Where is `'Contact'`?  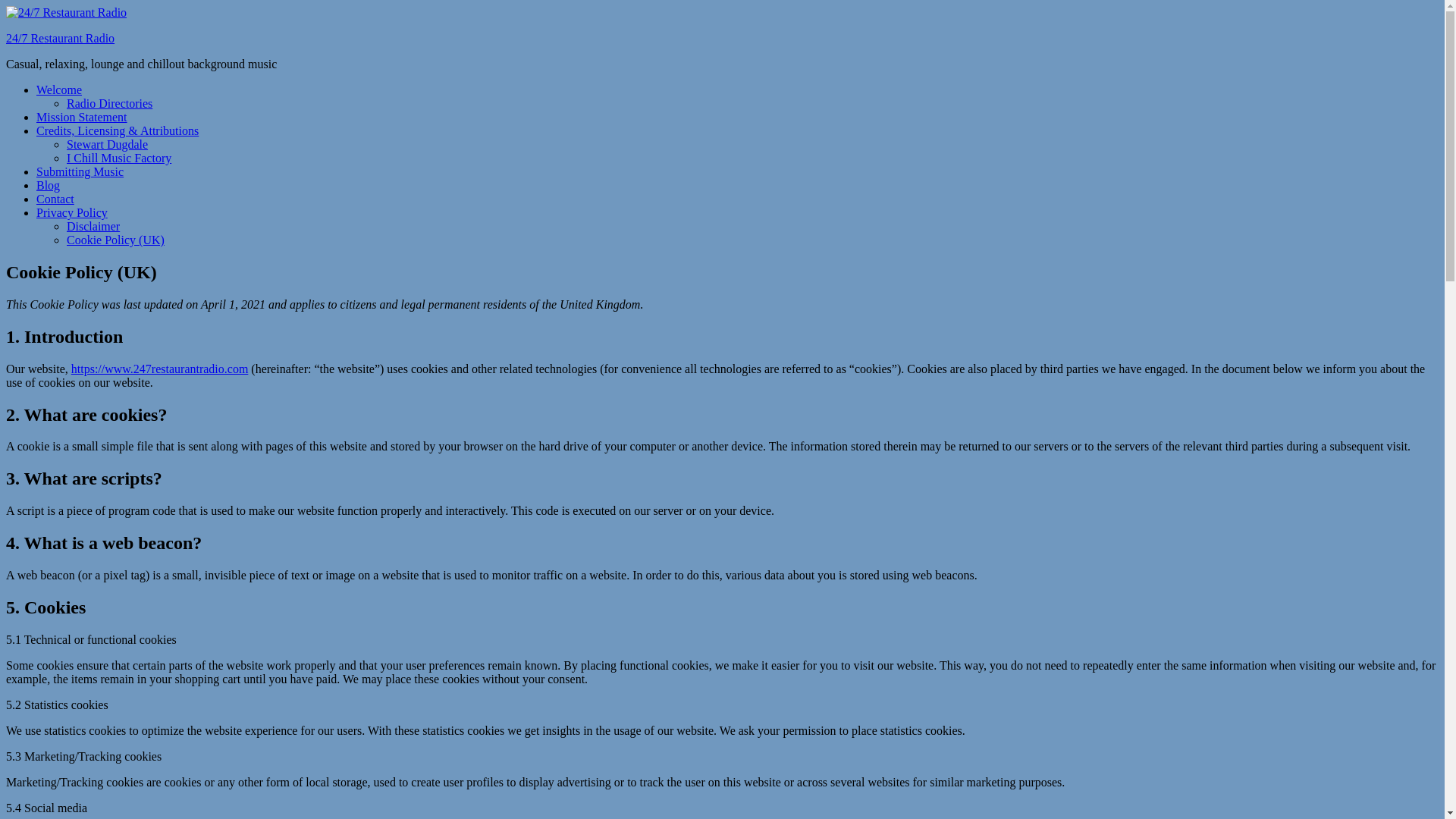
'Contact' is located at coordinates (55, 198).